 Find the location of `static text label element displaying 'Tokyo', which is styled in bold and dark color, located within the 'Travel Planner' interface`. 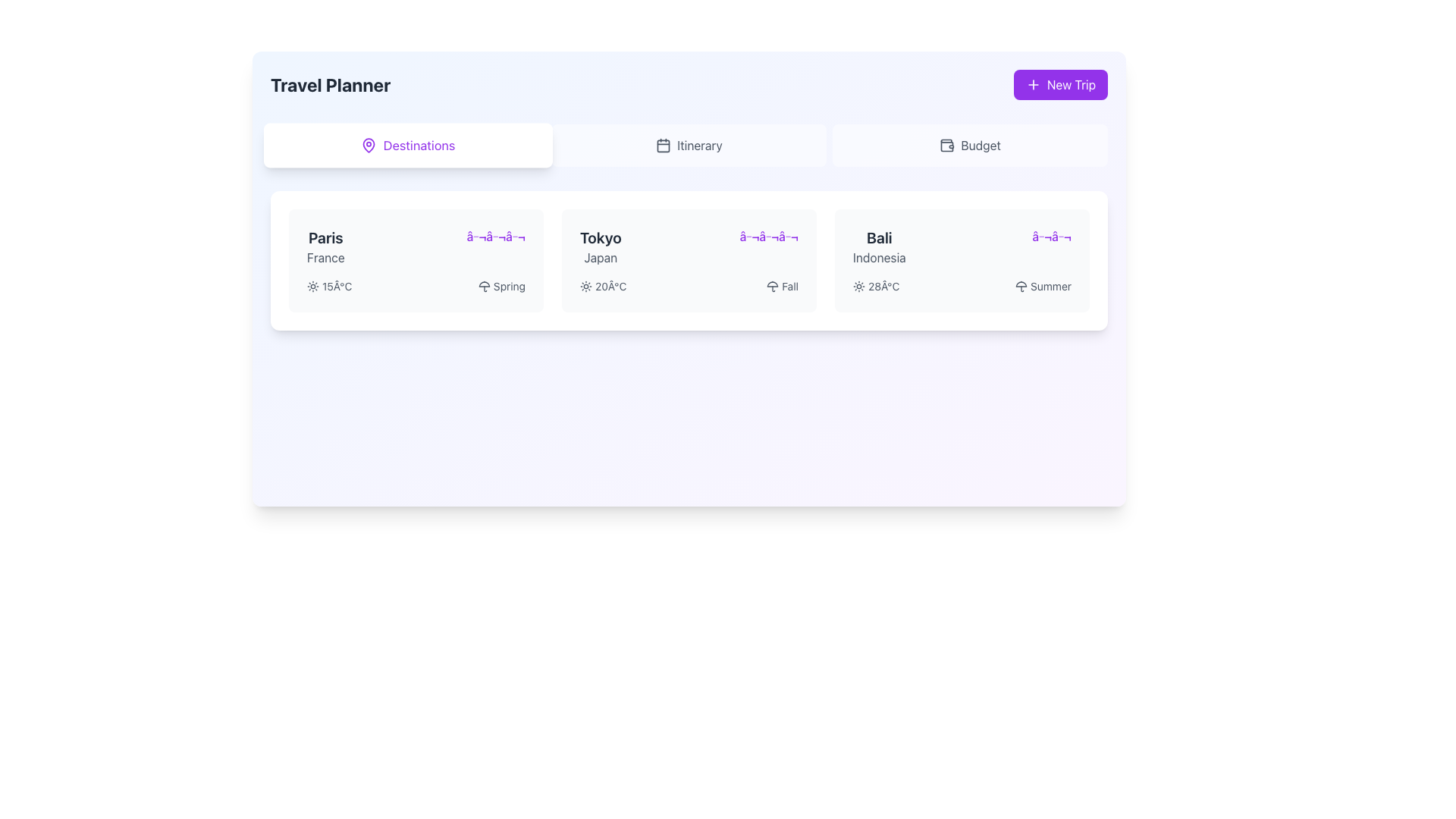

static text label element displaying 'Tokyo', which is styled in bold and dark color, located within the 'Travel Planner' interface is located at coordinates (600, 237).